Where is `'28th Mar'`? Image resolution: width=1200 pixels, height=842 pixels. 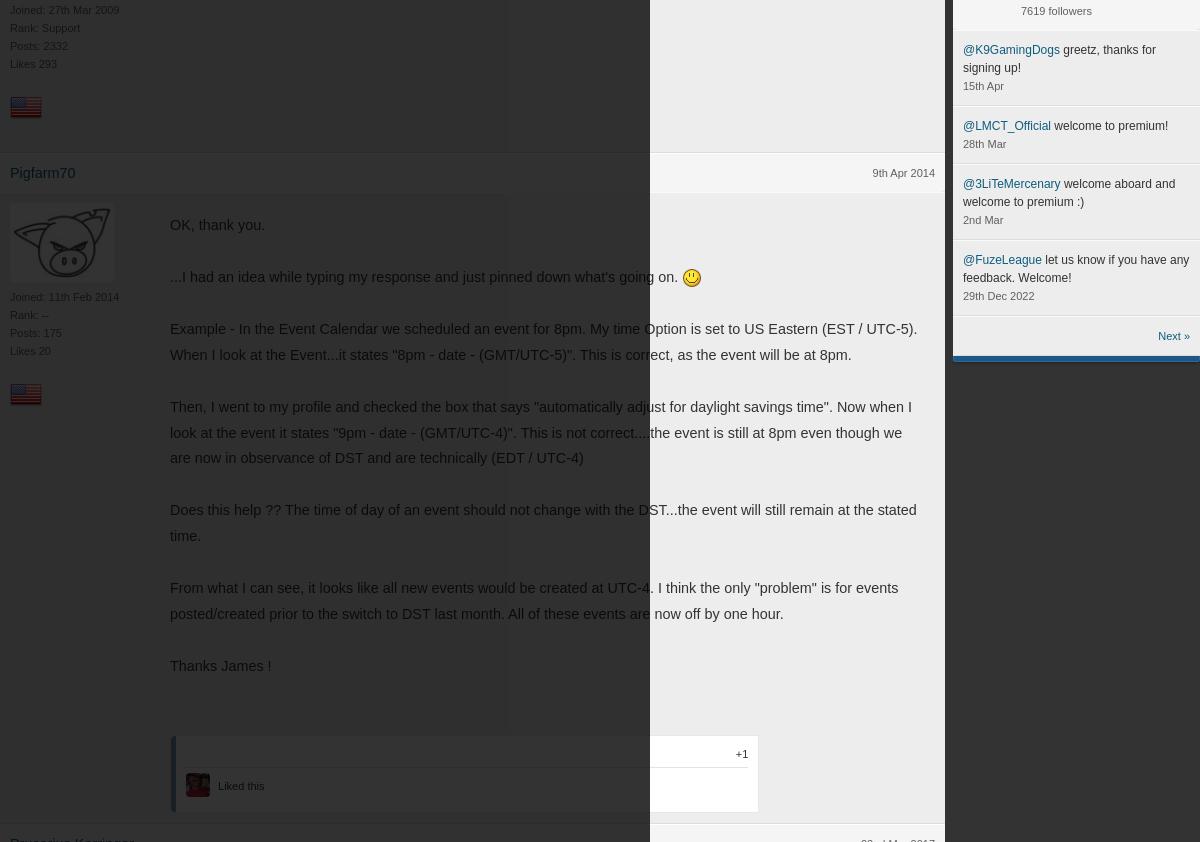 '28th Mar' is located at coordinates (984, 142).